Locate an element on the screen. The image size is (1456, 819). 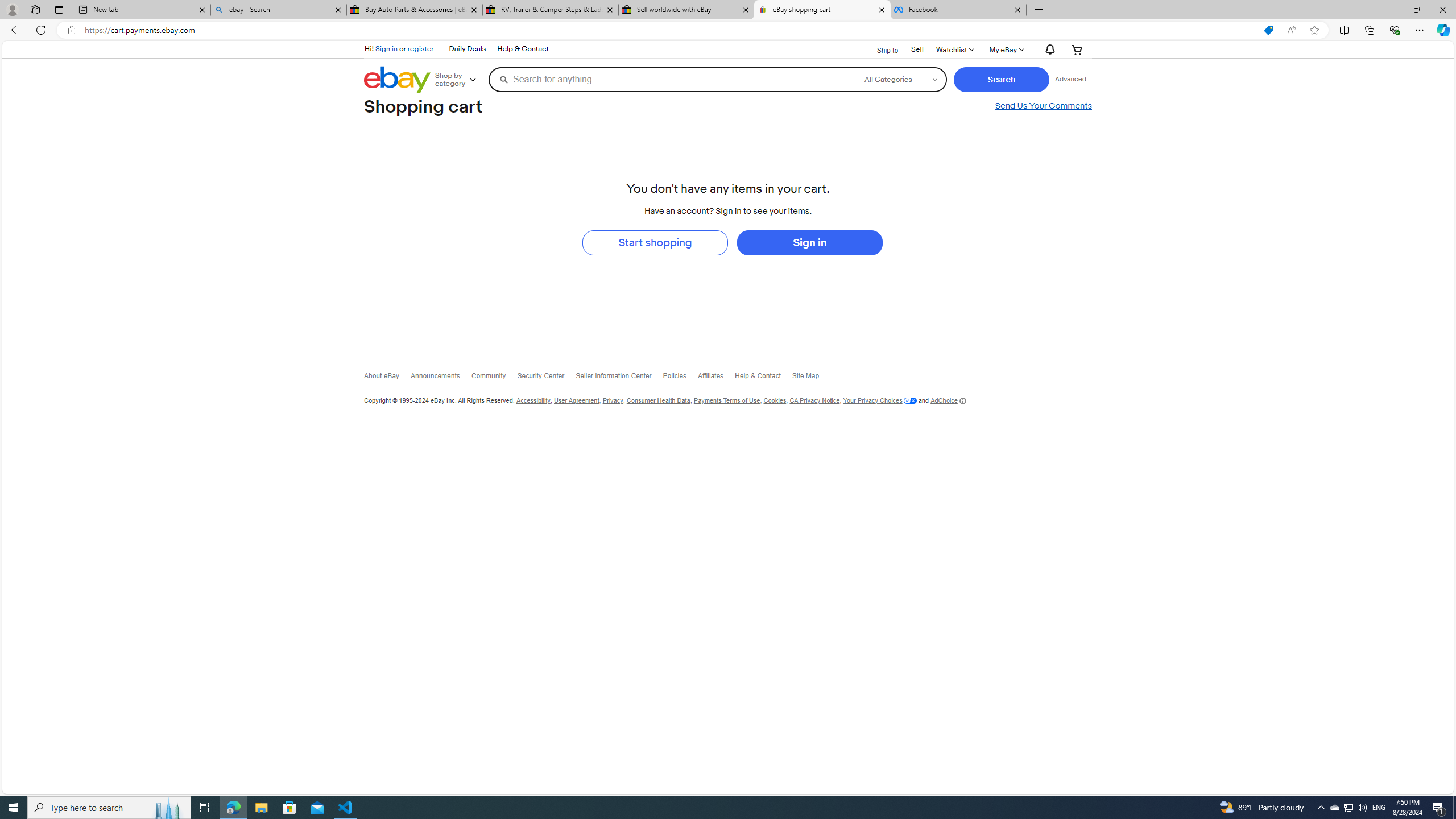
'AutomationID: gh-eb-Alerts' is located at coordinates (1048, 49).